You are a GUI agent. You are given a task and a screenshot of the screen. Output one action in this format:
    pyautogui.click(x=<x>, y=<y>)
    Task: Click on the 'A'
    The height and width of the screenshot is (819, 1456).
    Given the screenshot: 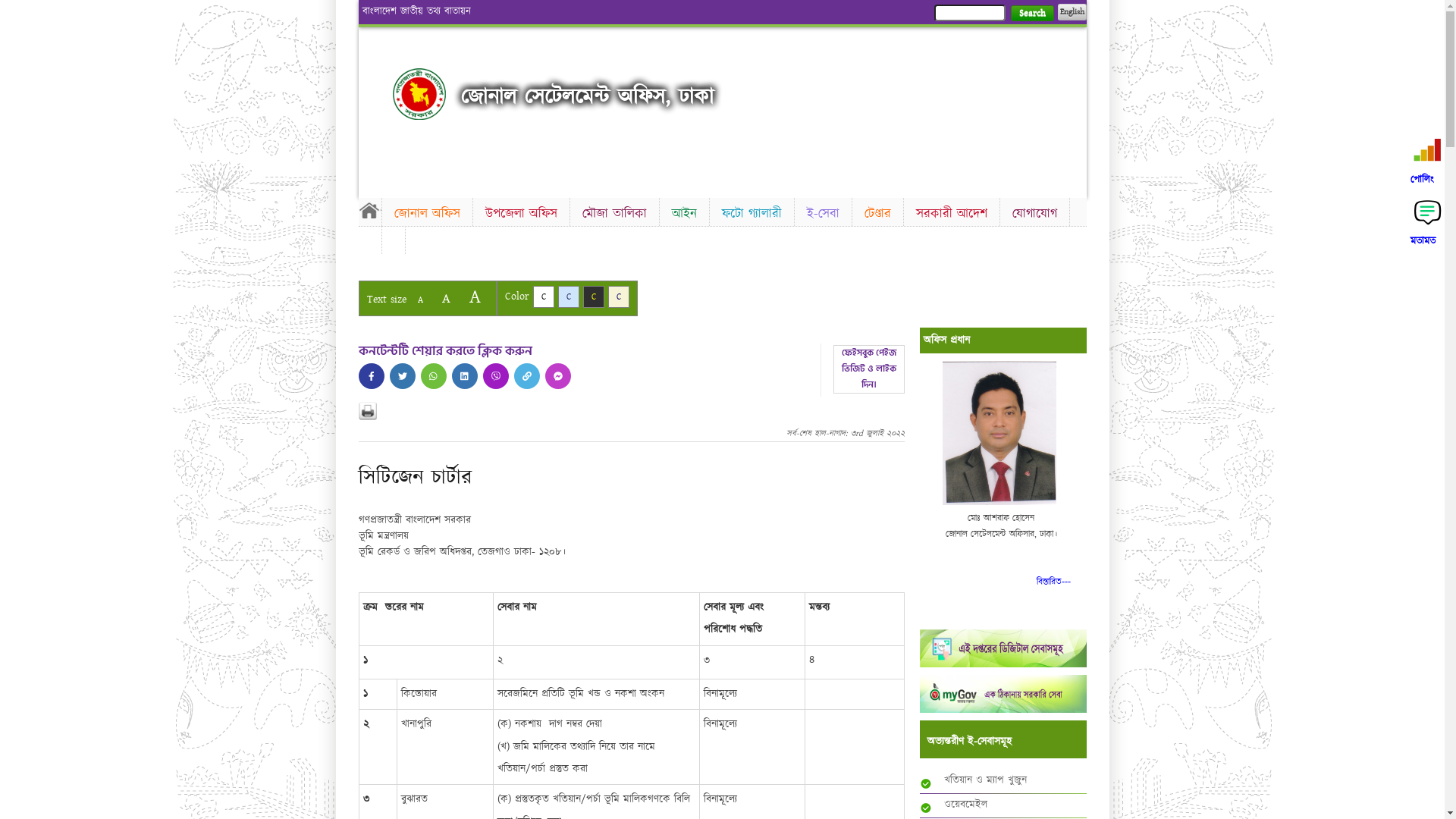 What is the action you would take?
    pyautogui.click(x=444, y=298)
    